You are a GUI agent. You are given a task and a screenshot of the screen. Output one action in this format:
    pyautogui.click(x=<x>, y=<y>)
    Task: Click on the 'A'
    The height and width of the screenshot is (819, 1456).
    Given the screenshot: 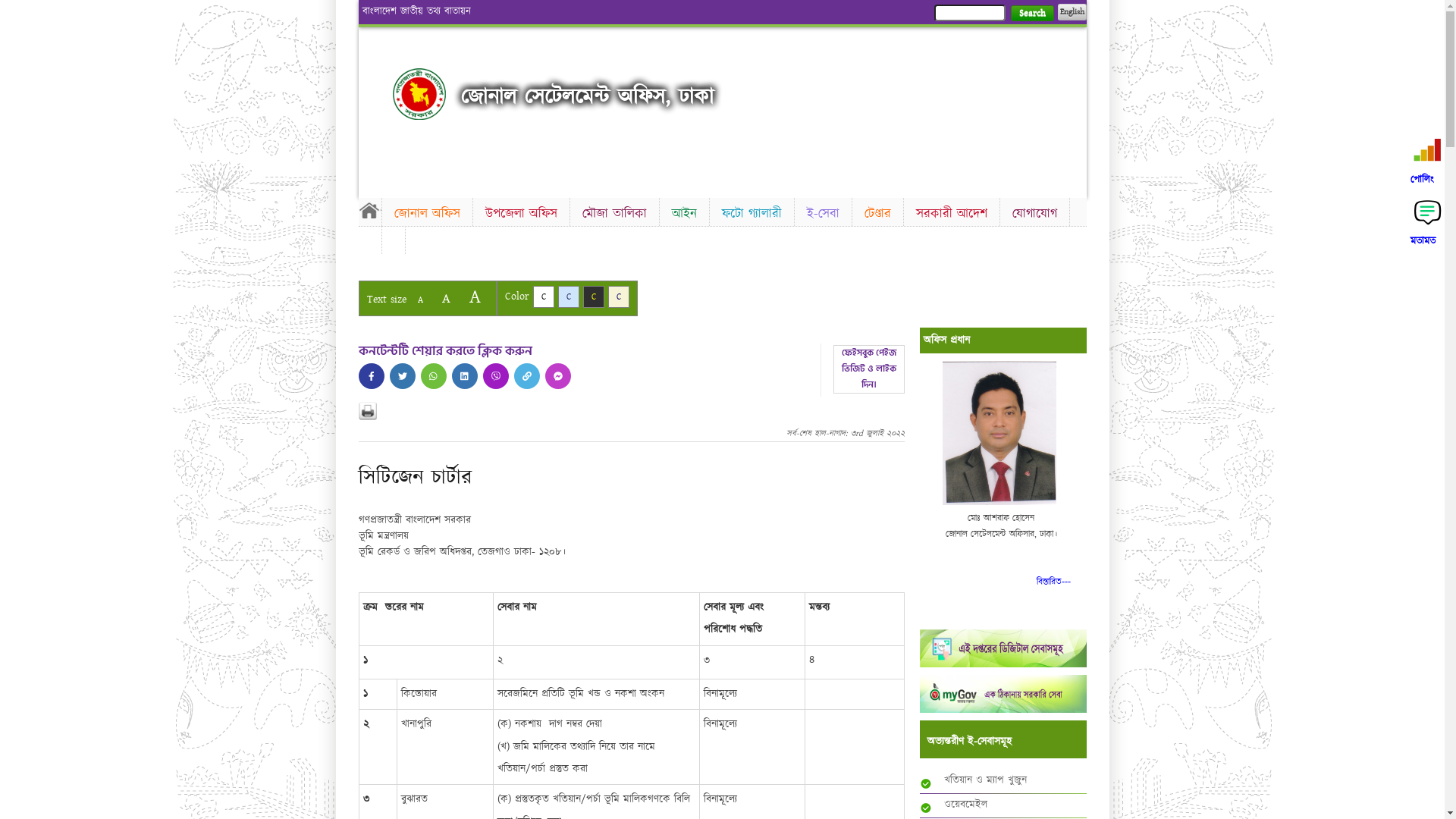 What is the action you would take?
    pyautogui.click(x=444, y=298)
    